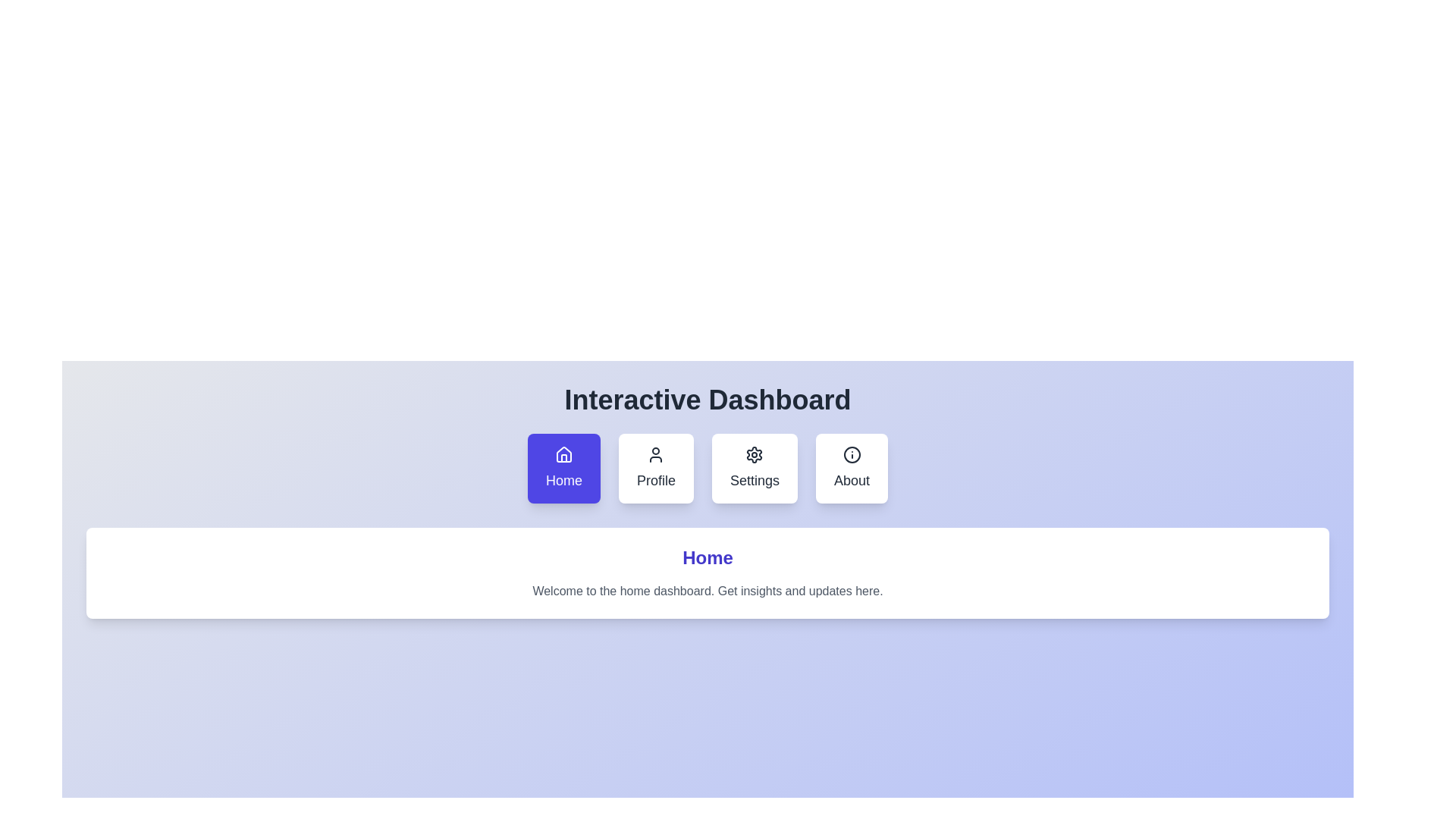  What do you see at coordinates (852, 454) in the screenshot?
I see `the circular information icon located in the 'About' card, which is the fourth card below the 'Interactive Dashboard' heading` at bounding box center [852, 454].